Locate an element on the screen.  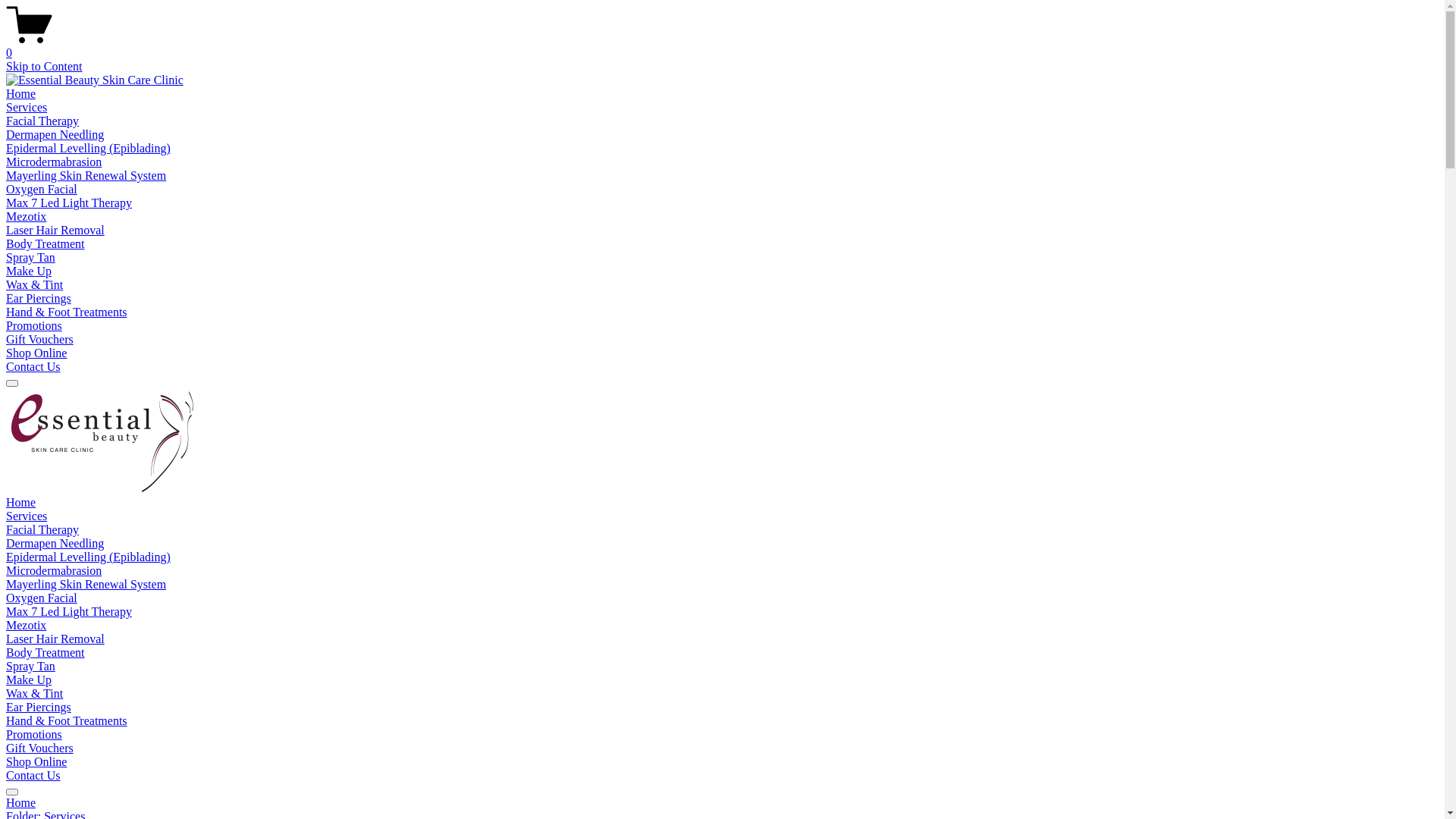
'Shop Online' is located at coordinates (36, 761).